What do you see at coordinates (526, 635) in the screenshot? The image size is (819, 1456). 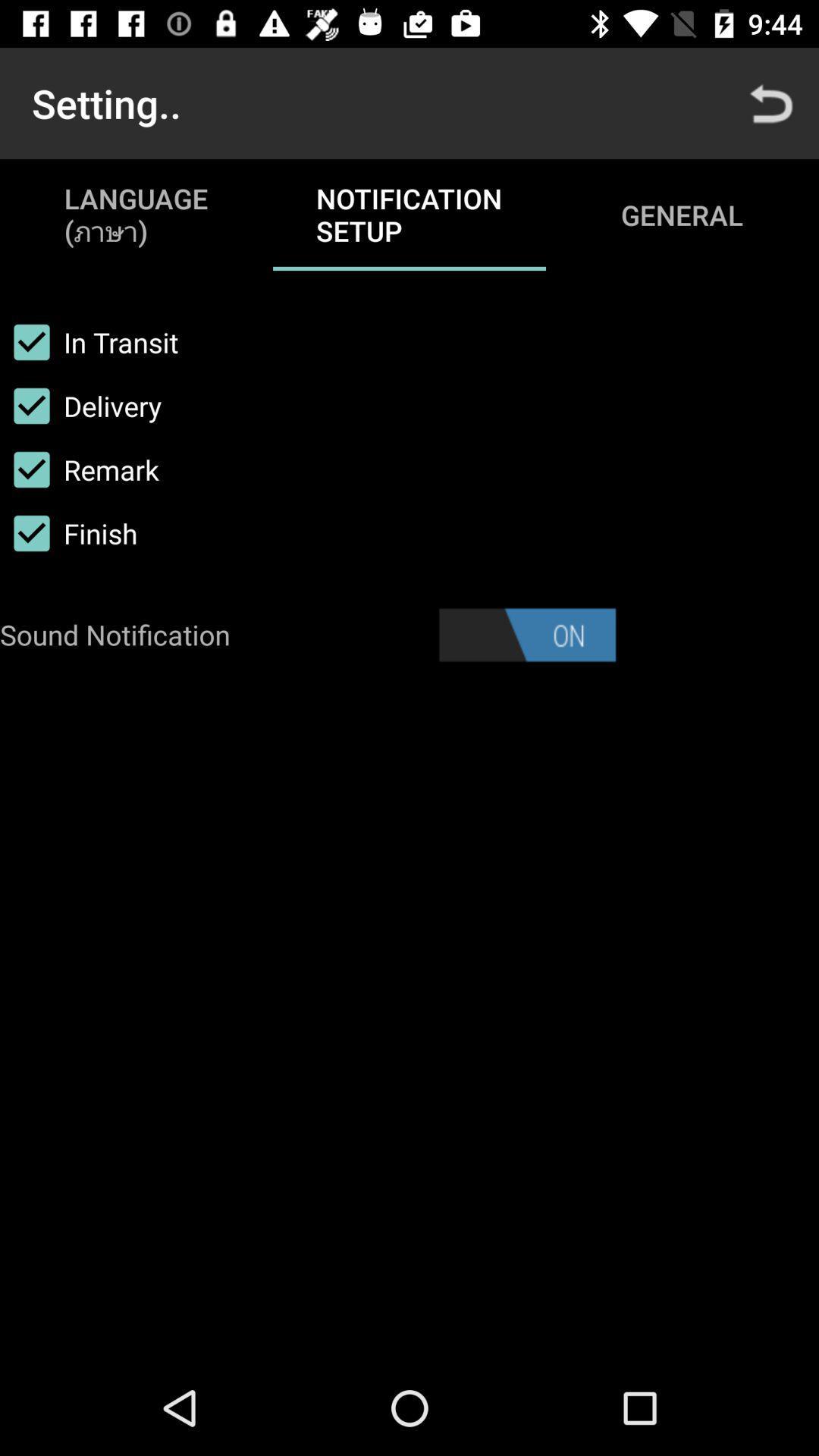 I see `switch sound notification option` at bounding box center [526, 635].